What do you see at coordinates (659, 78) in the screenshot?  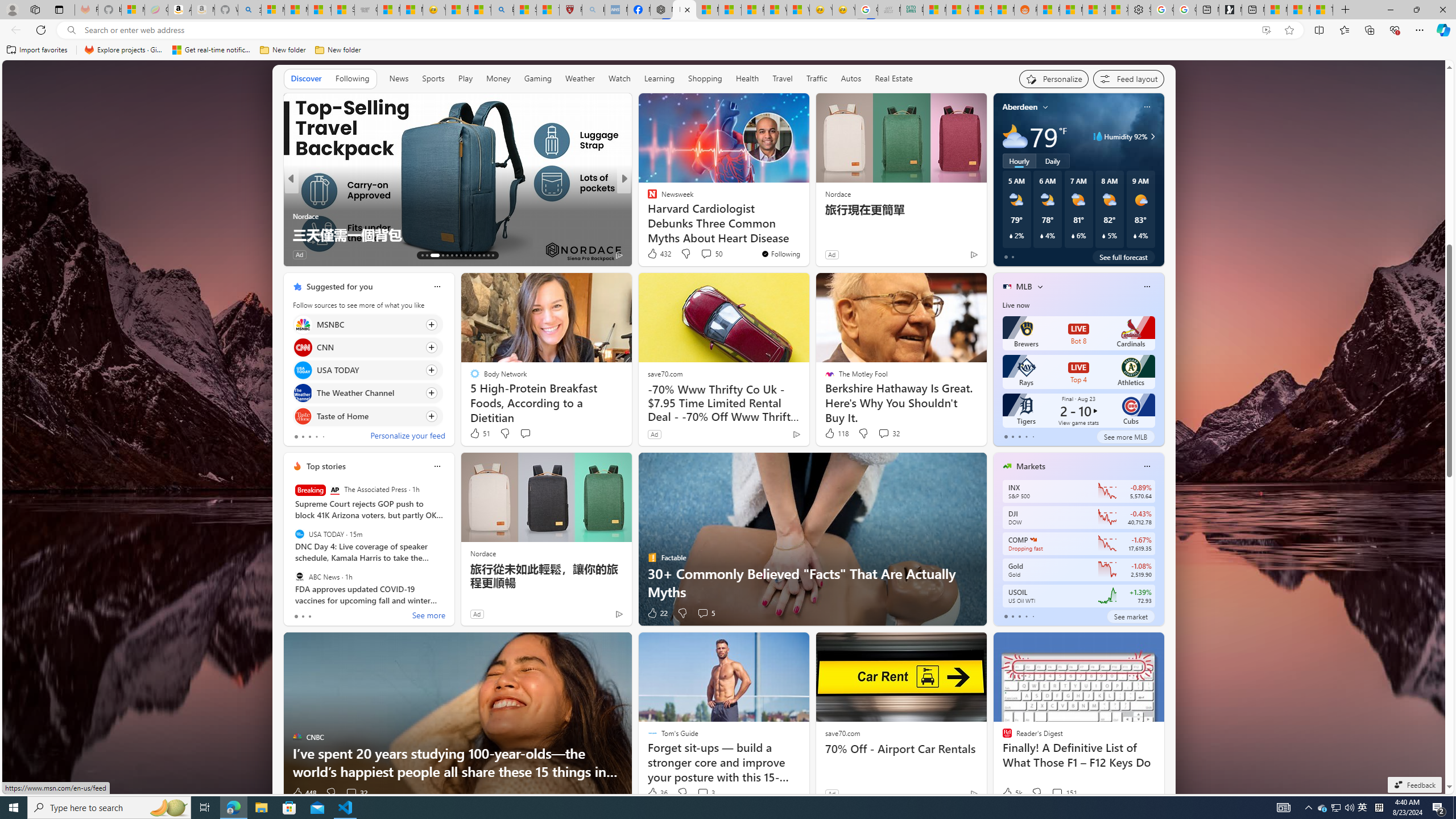 I see `'Learning'` at bounding box center [659, 78].